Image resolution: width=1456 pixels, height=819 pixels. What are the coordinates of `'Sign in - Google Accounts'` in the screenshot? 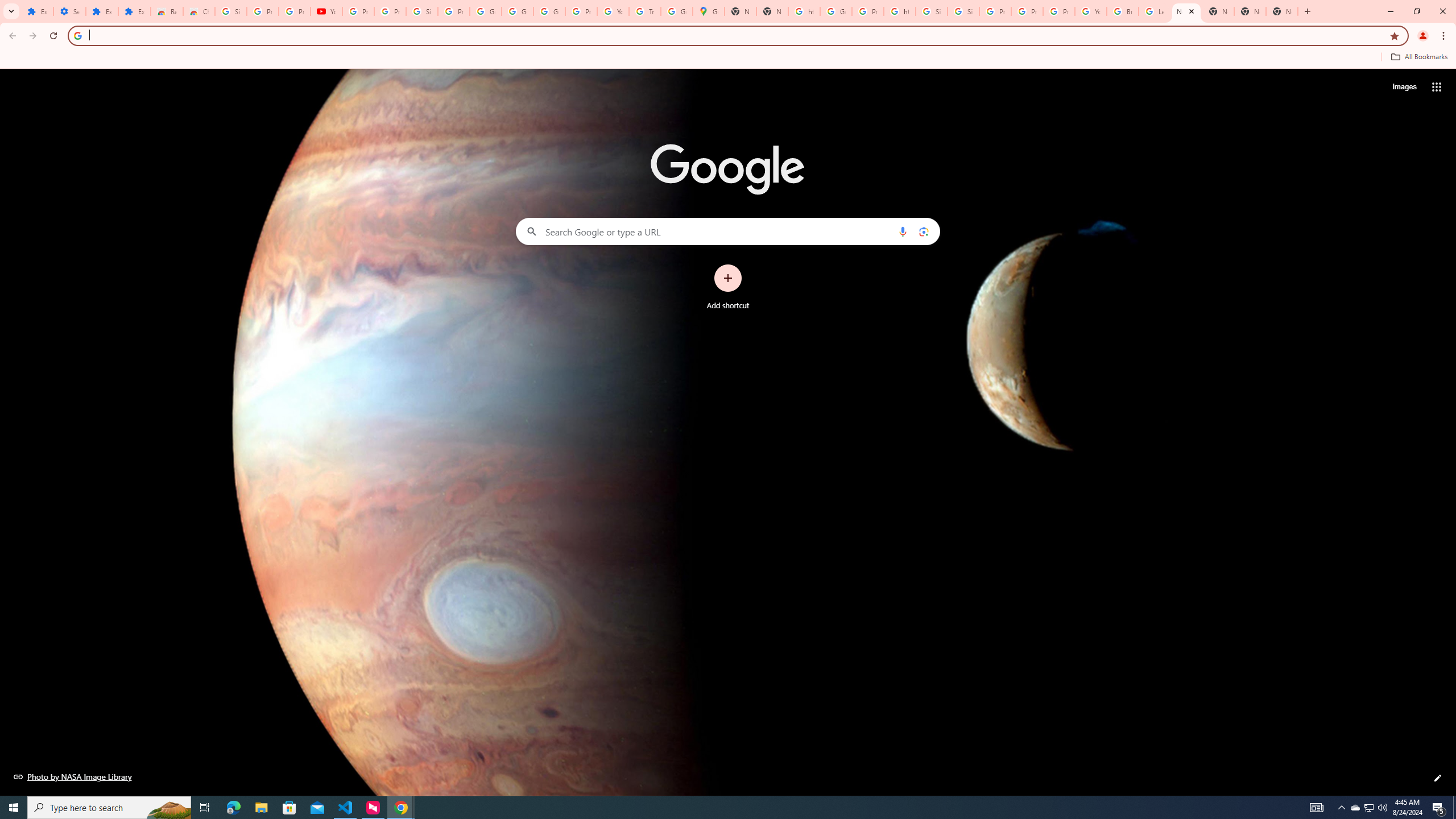 It's located at (930, 11).